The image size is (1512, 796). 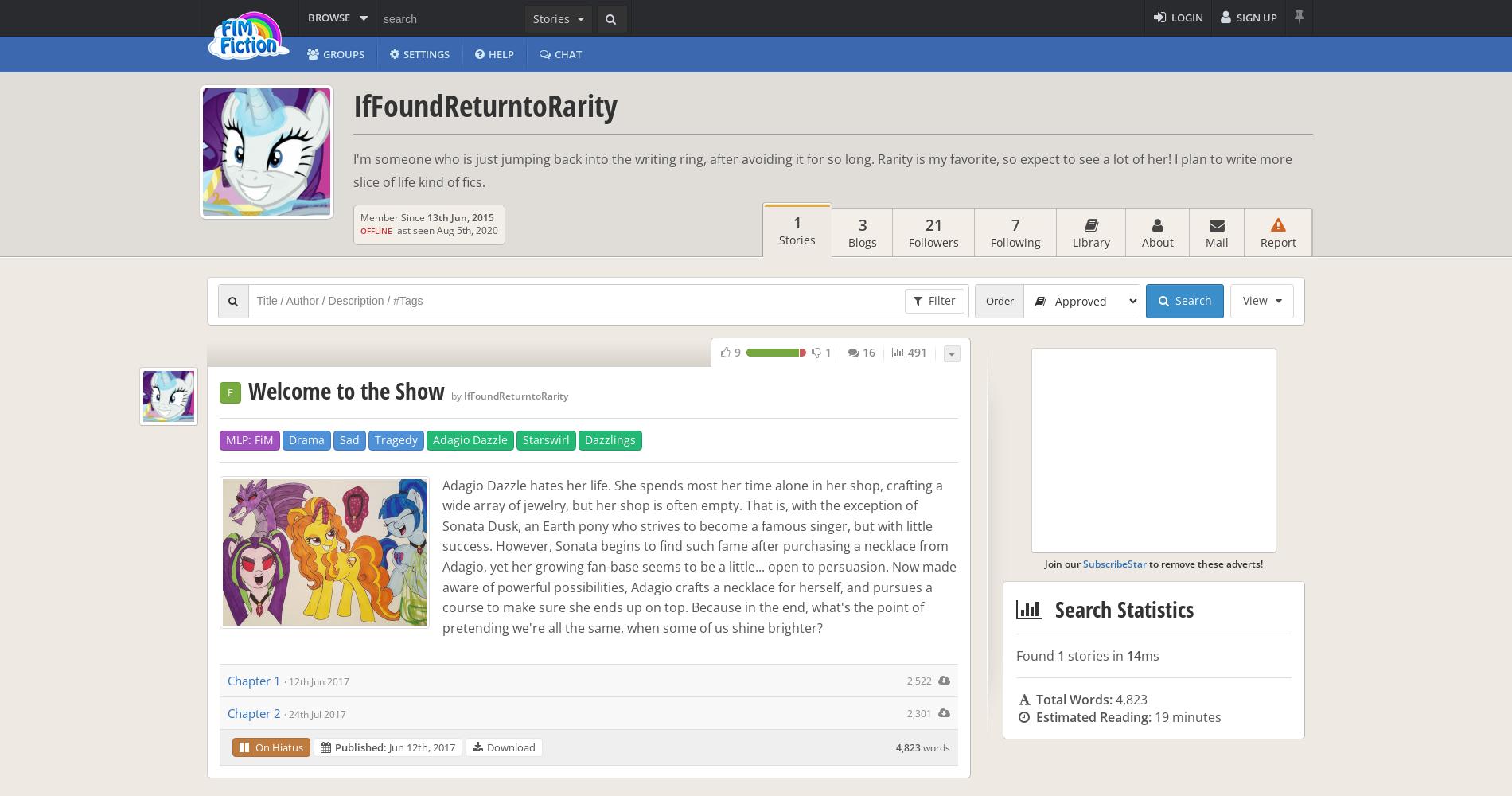 What do you see at coordinates (374, 439) in the screenshot?
I see `'Tragedy'` at bounding box center [374, 439].